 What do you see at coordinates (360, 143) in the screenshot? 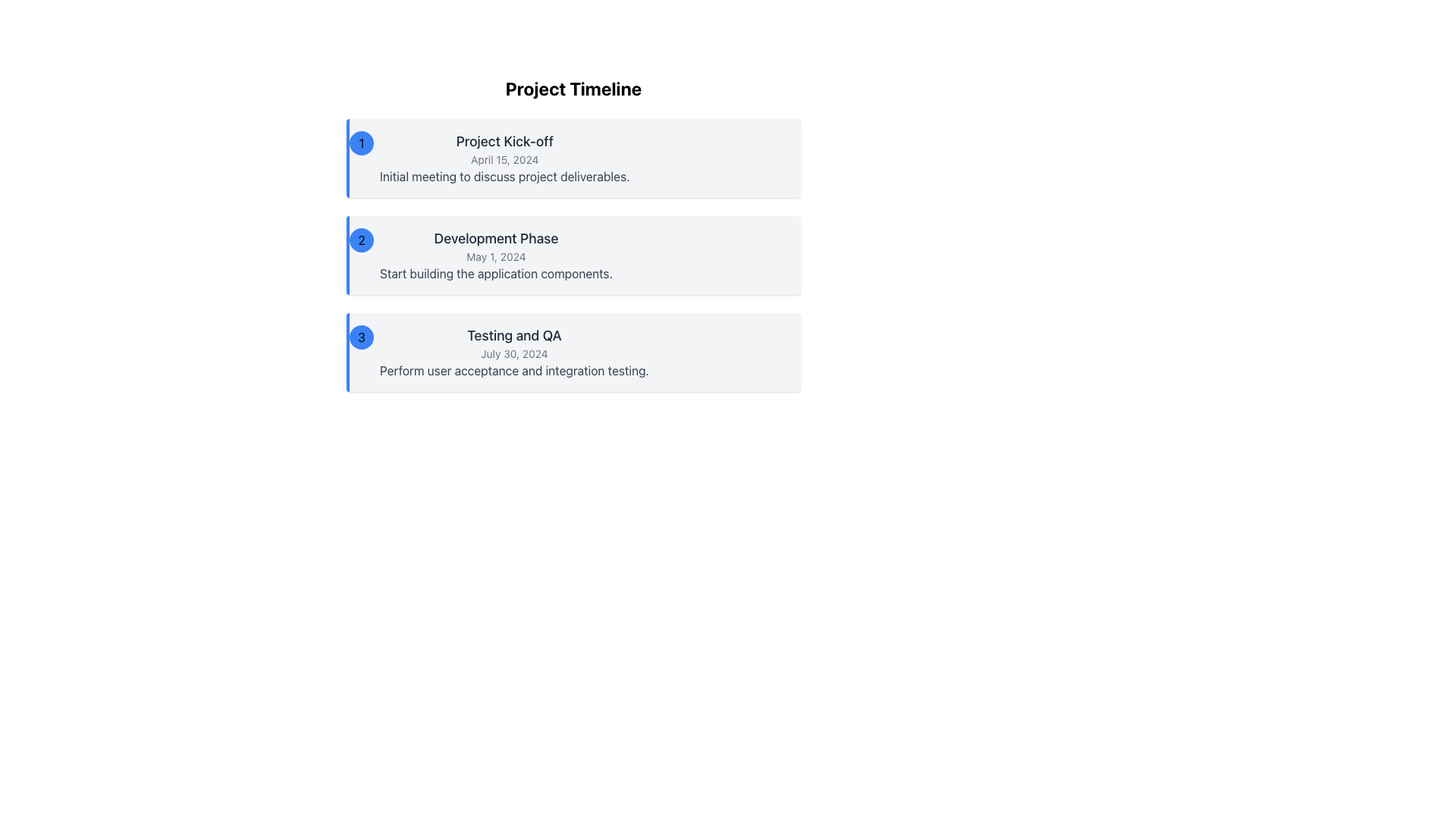
I see `the circular badge displaying the number '1' which is located to the far left of the 'Project Timeline' entry` at bounding box center [360, 143].